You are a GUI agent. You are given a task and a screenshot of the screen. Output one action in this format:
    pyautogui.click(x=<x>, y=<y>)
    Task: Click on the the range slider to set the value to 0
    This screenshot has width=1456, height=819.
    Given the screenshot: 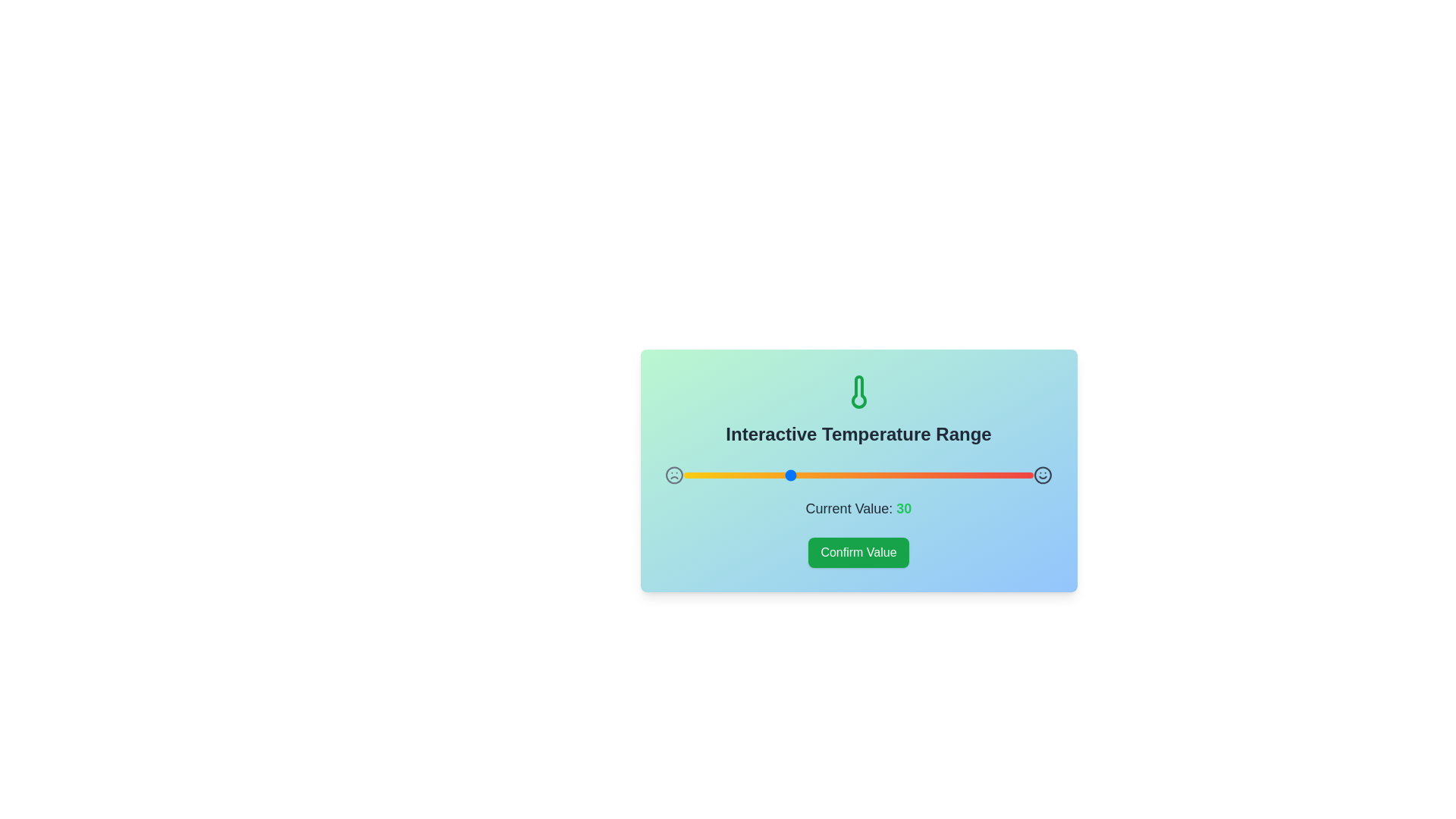 What is the action you would take?
    pyautogui.click(x=682, y=475)
    